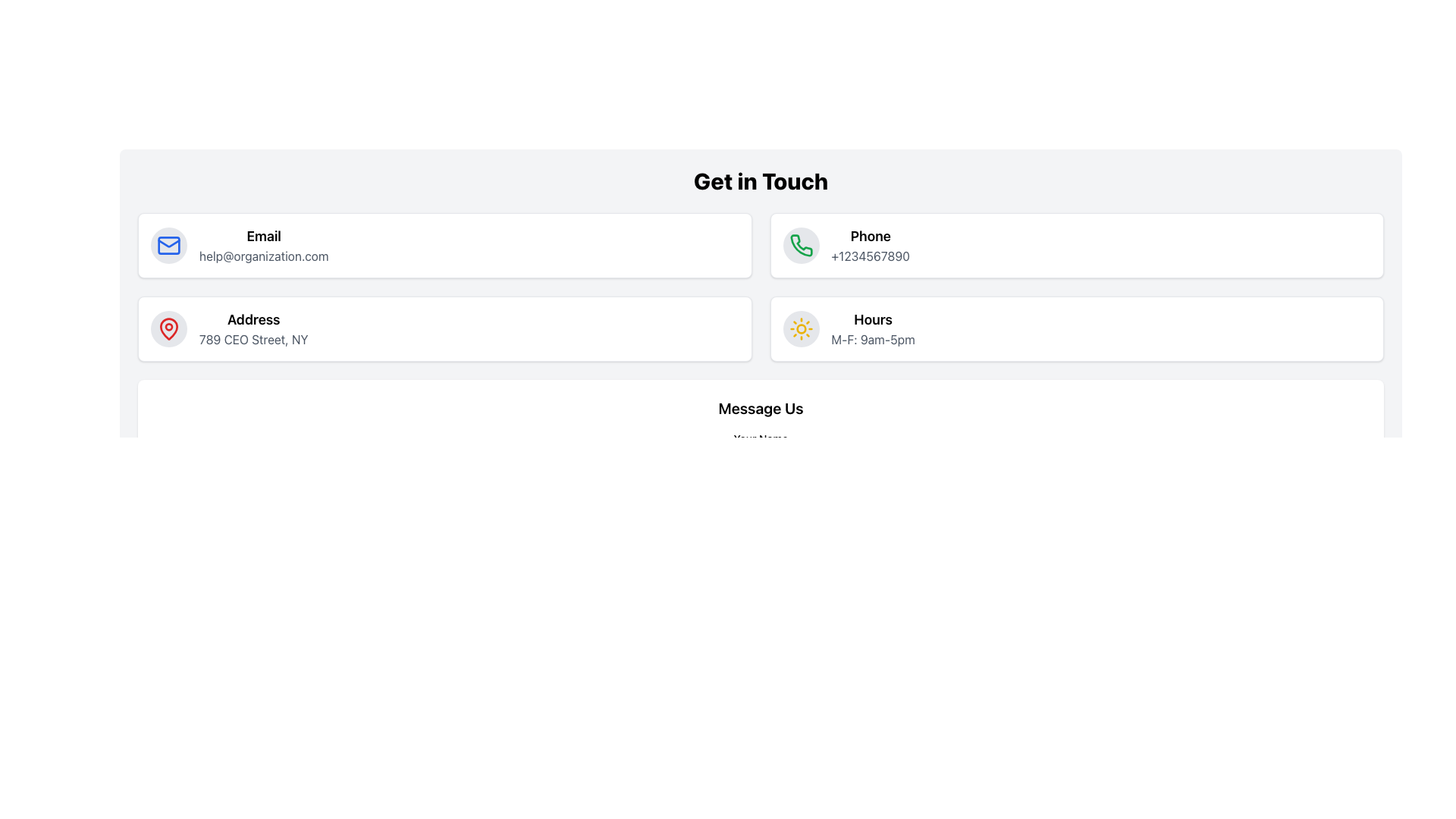 The height and width of the screenshot is (819, 1456). What do you see at coordinates (800, 245) in the screenshot?
I see `the green outlined telephone handset icon located in the top right section of the interface within the 'Get in Touch' section to initiate a call or obtain more contact details` at bounding box center [800, 245].